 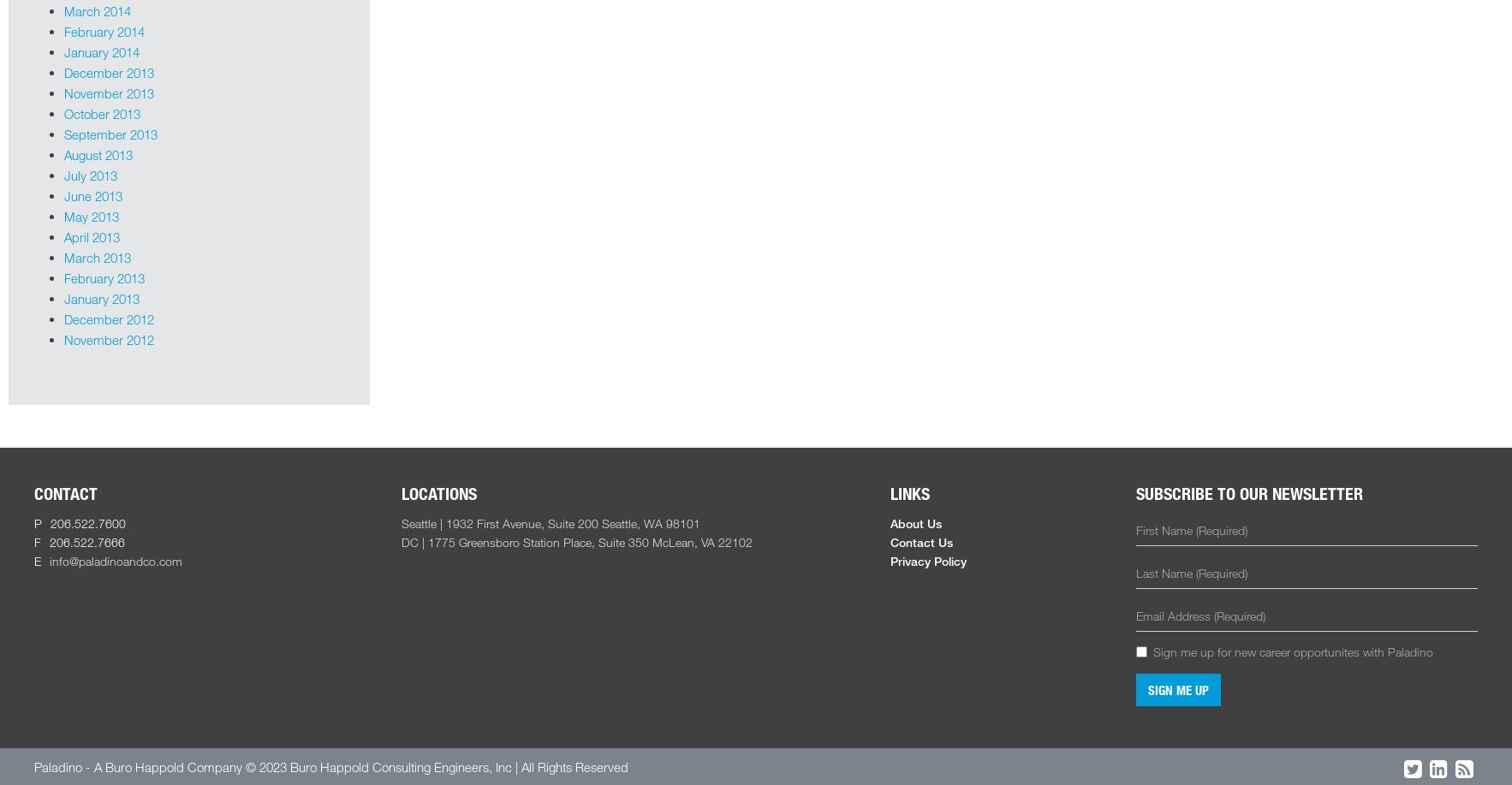 What do you see at coordinates (104, 277) in the screenshot?
I see `'February 2013'` at bounding box center [104, 277].